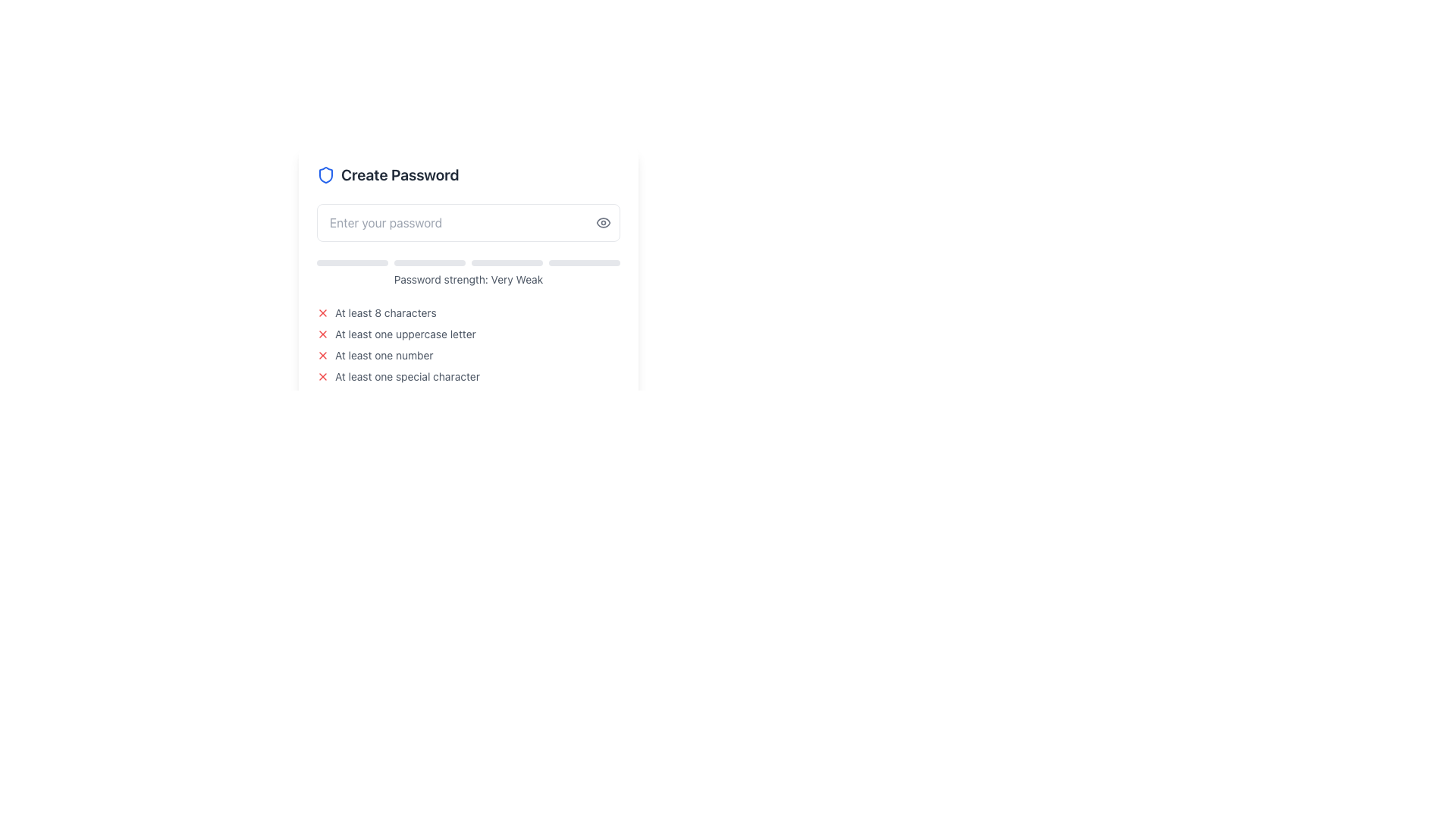 The height and width of the screenshot is (819, 1456). I want to click on the second password requirement message in the informational list, which indicates conditions such as 'At least one uppercase letter', located under the 'Password strength: Very Weak' label, so click(468, 345).